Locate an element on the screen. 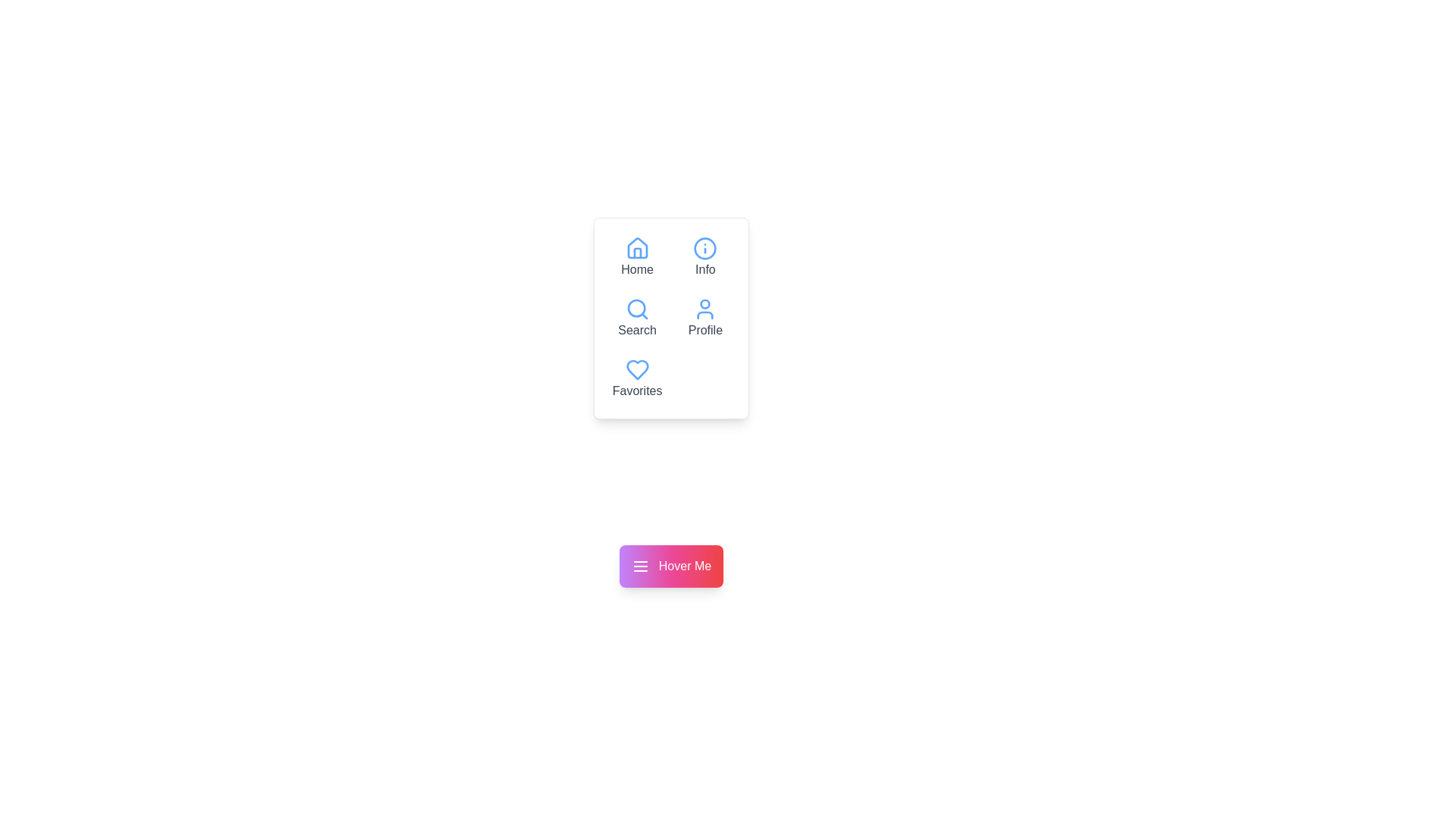 This screenshot has height=819, width=1456. the circular element inside the blue information icon located in the top-right corner of the navigation card is located at coordinates (704, 247).